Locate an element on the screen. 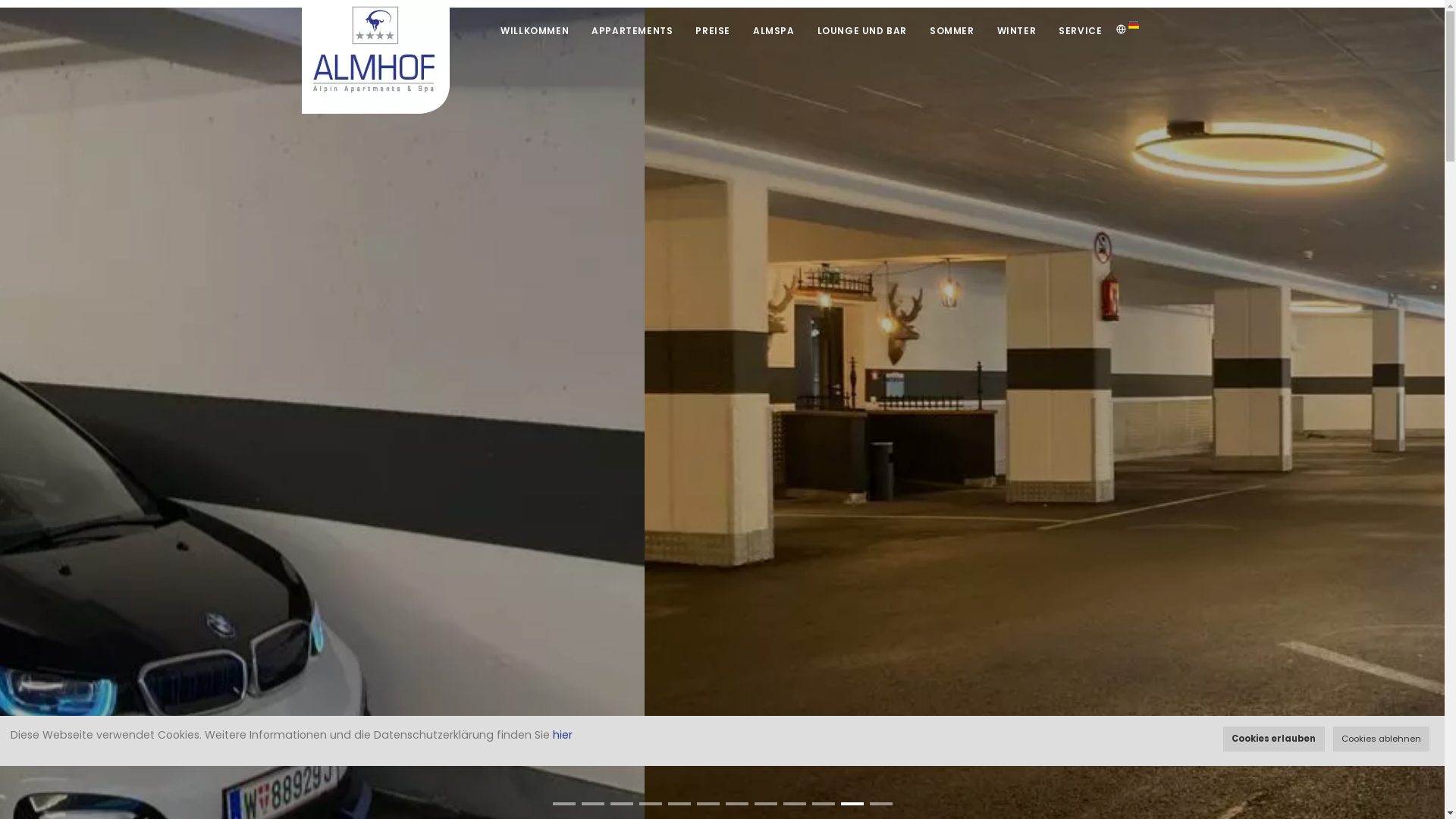 The image size is (1456, 819). 'APPARTEMENTS' is located at coordinates (632, 30).